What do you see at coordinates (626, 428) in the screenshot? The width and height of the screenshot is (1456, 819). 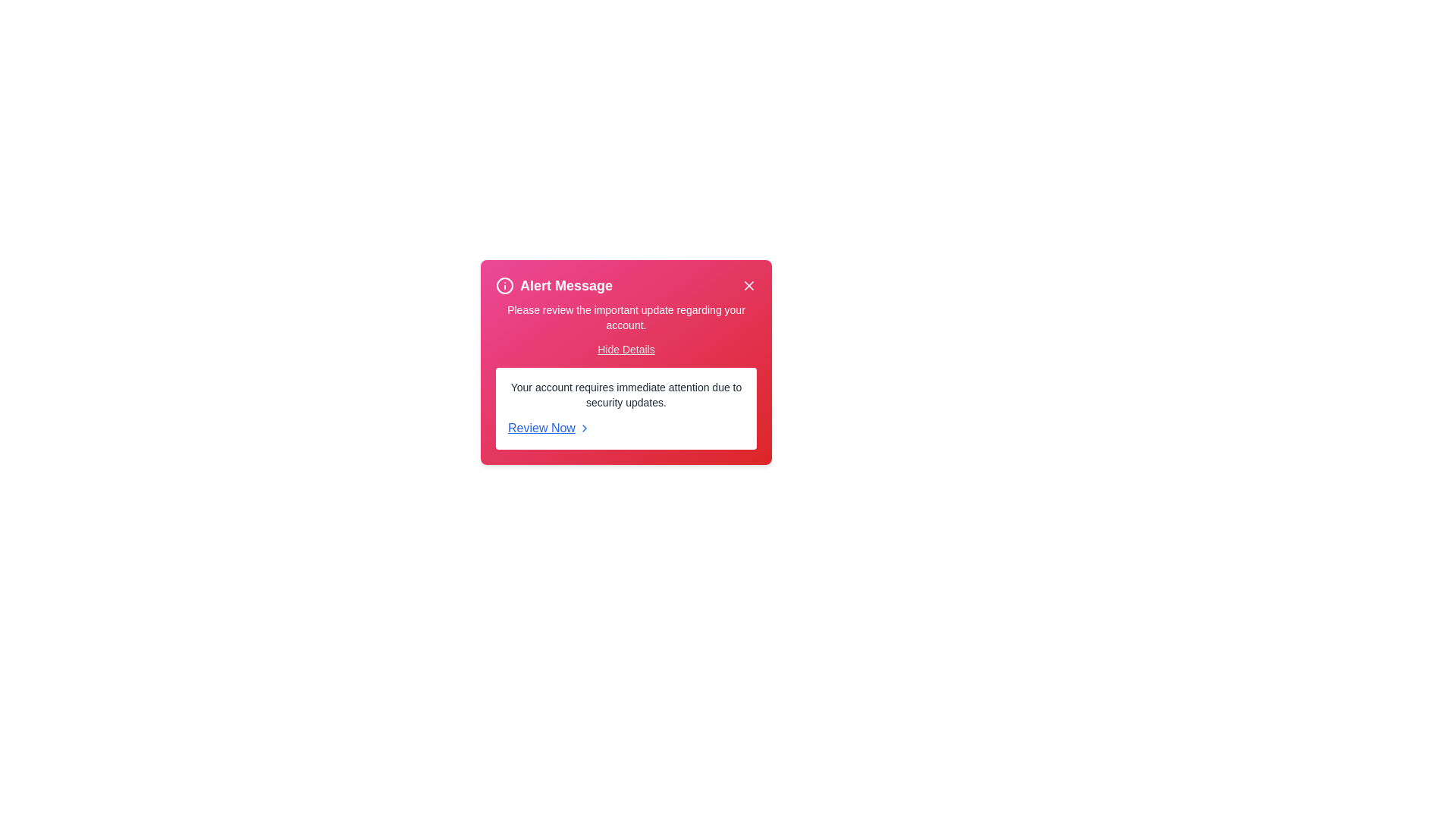 I see `the 'Review Now' link` at bounding box center [626, 428].